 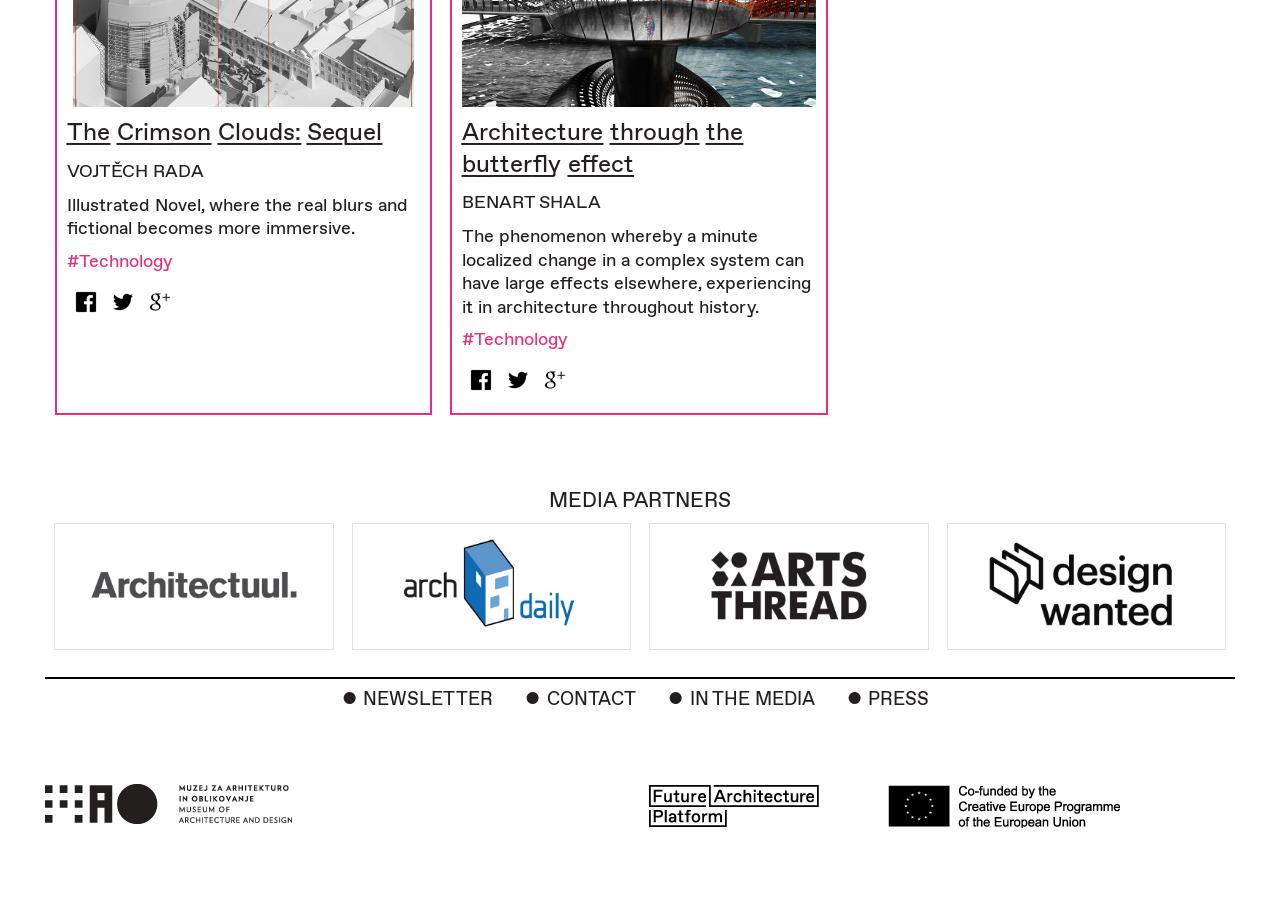 I want to click on 'Architecture through the butterfly effect', so click(x=460, y=146).